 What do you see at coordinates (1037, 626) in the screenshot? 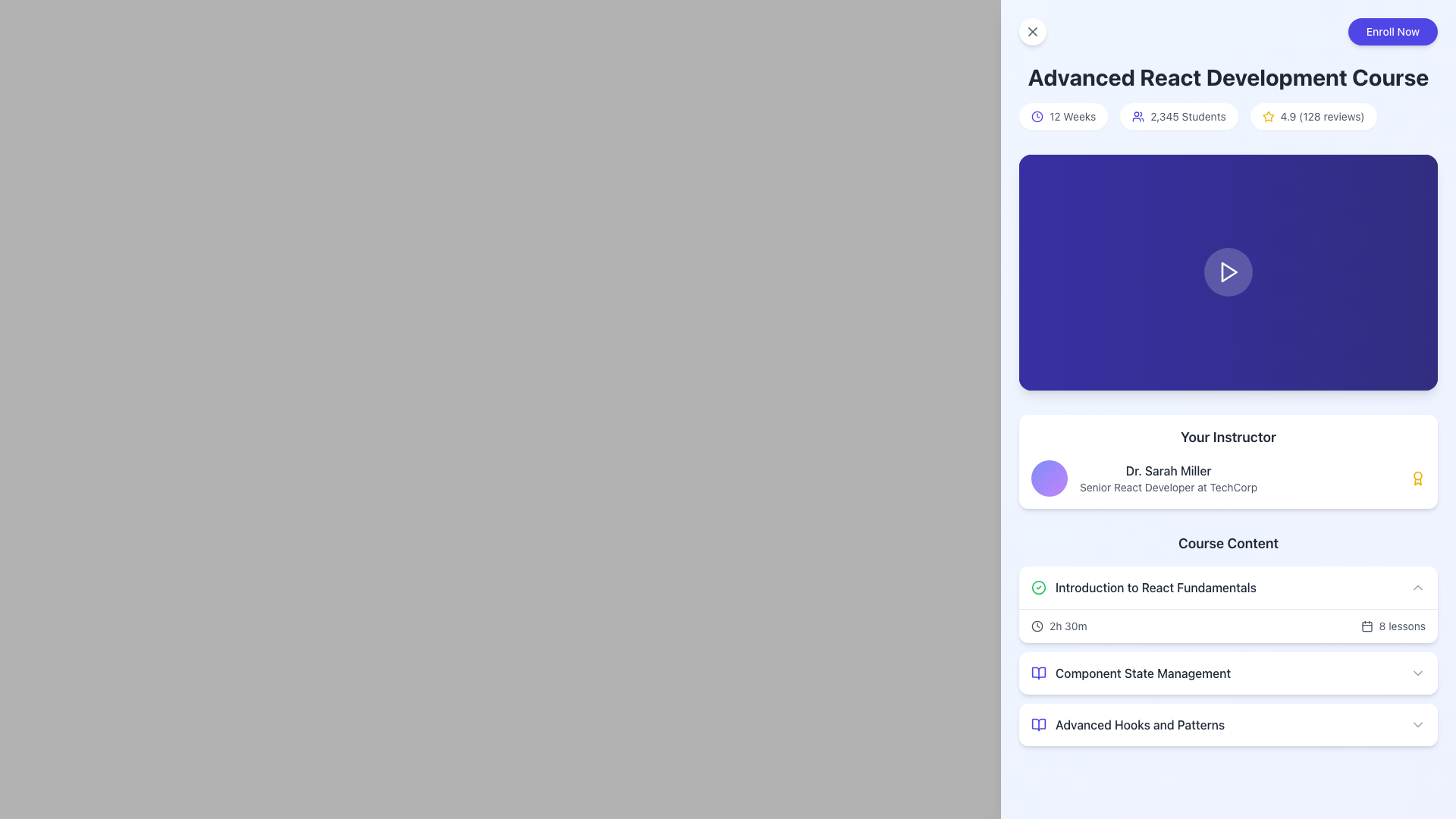
I see `the SVG circle element that represents the outer rim of a clock icon located centrally in the 'Your Instructor' section` at bounding box center [1037, 626].